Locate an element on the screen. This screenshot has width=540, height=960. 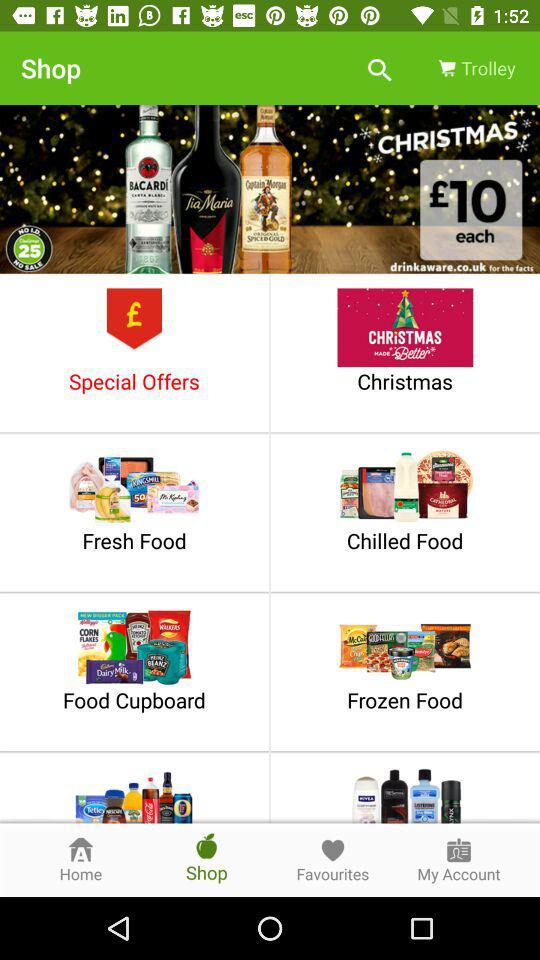
icon next to shop item is located at coordinates (379, 68).